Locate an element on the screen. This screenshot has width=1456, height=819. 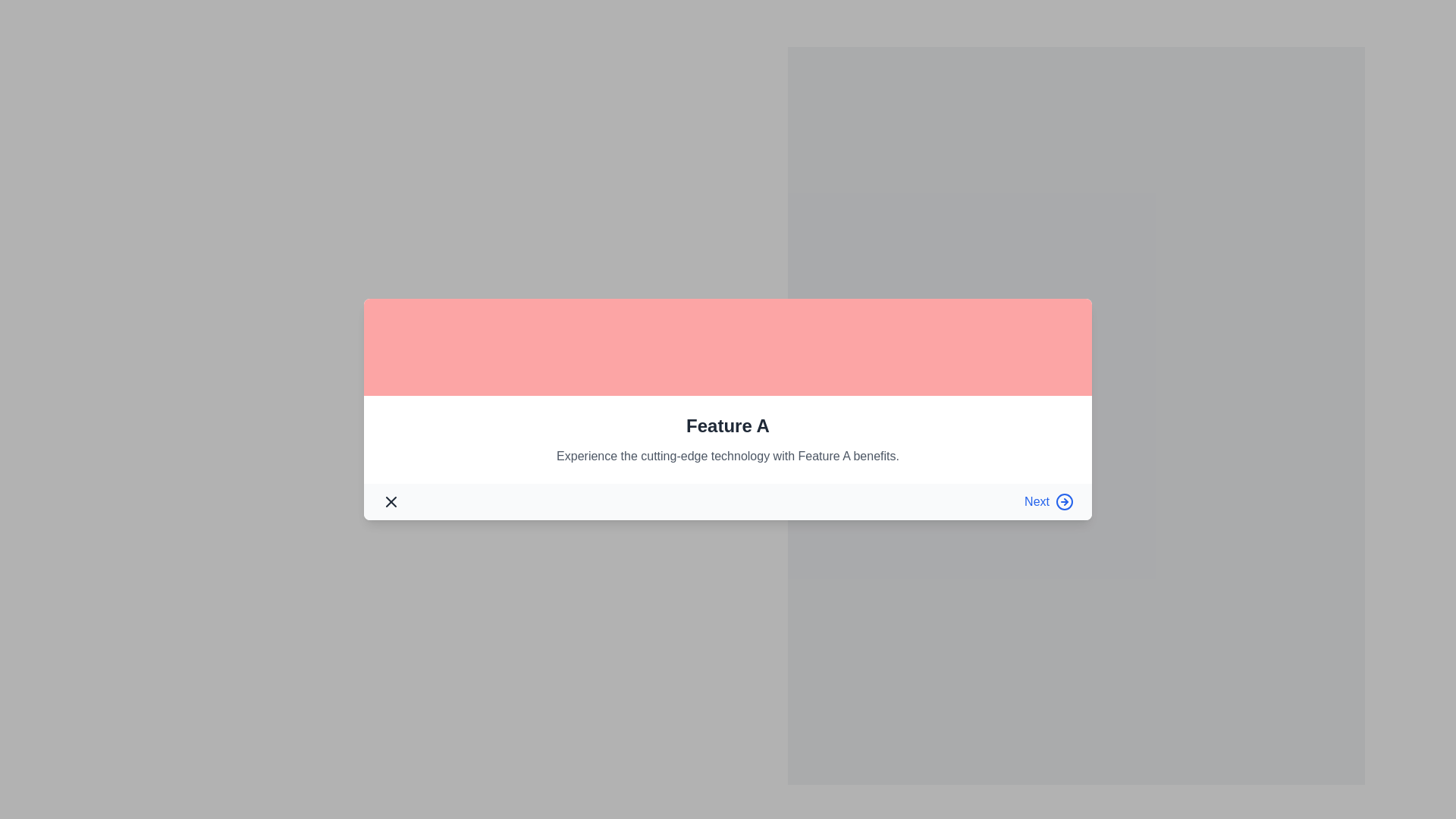
the descriptive text label located below the heading 'Feature A' within a white rectangular card is located at coordinates (728, 455).